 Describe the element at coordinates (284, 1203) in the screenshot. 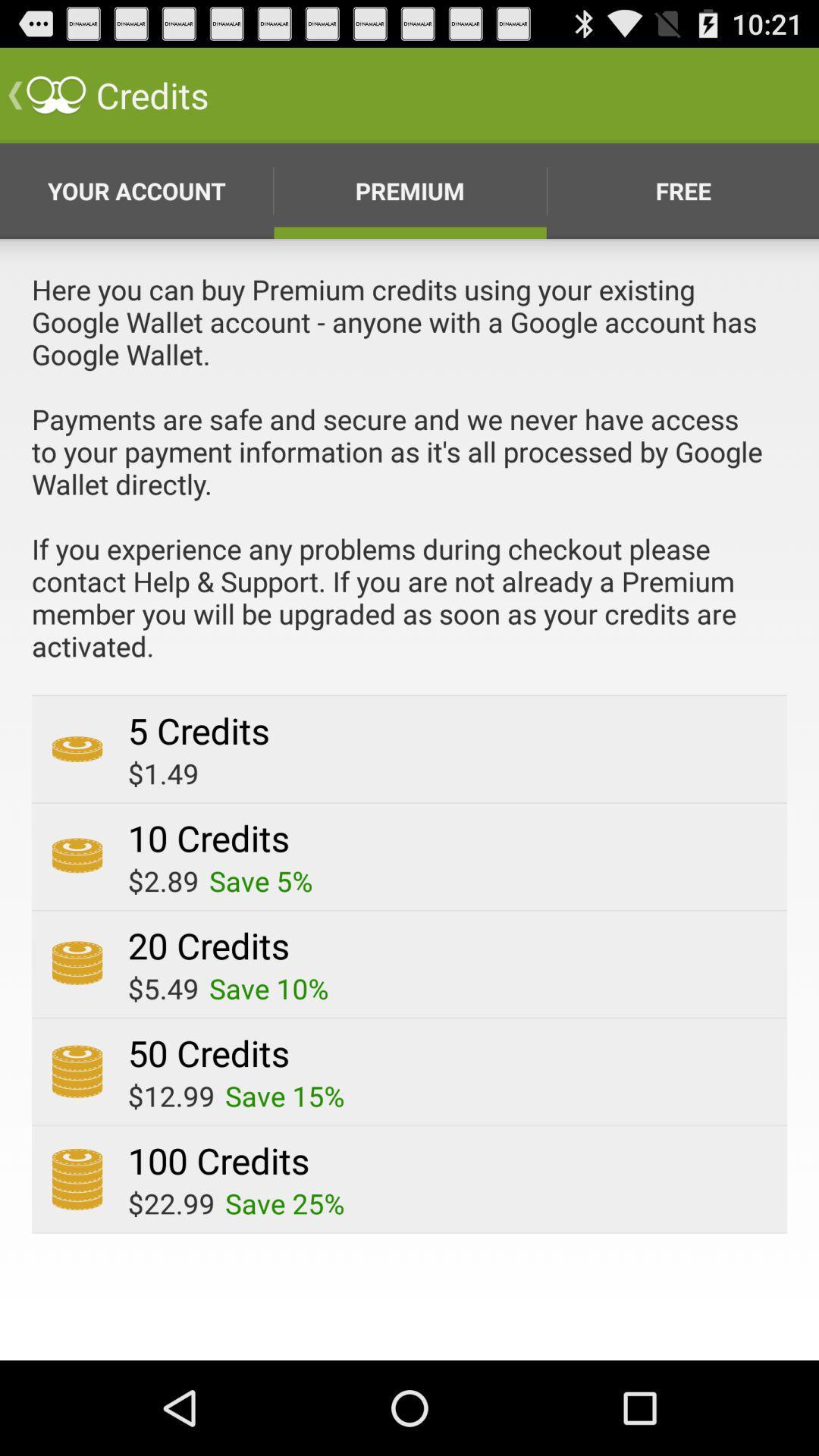

I see `save 25% app` at that location.